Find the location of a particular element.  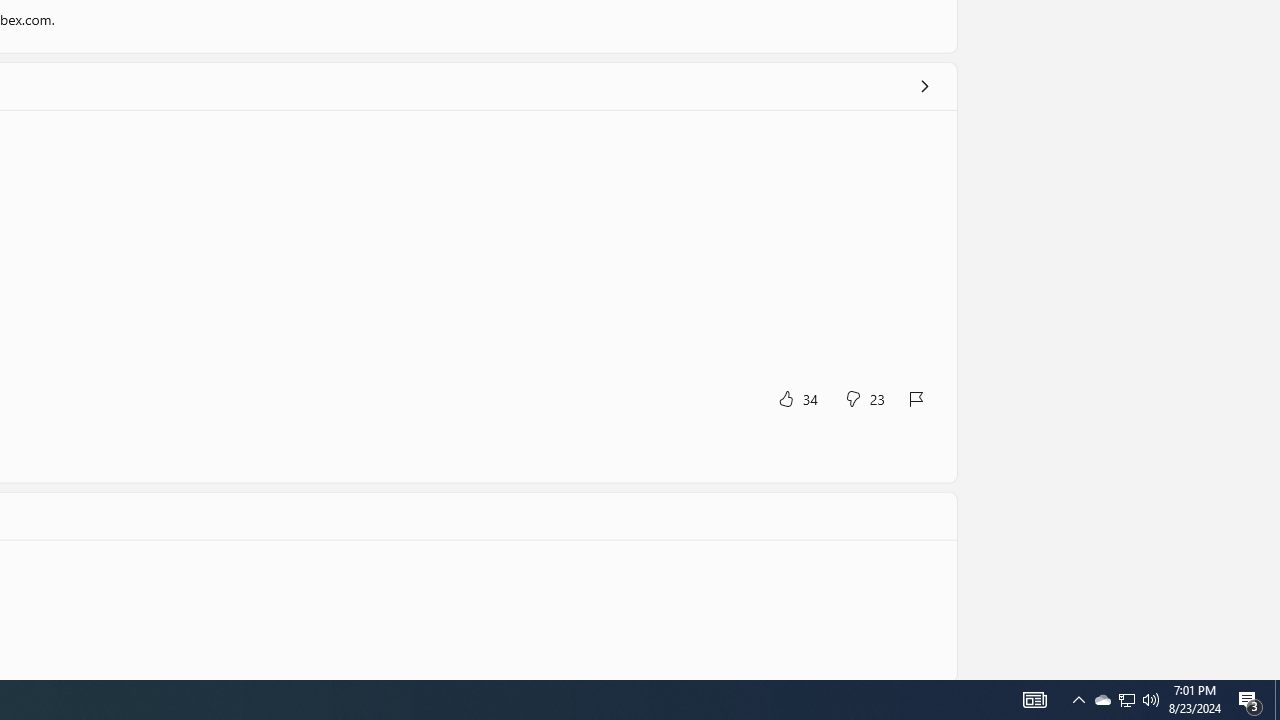

'Yes, this was helpful. 34 votes.' is located at coordinates (796, 398).